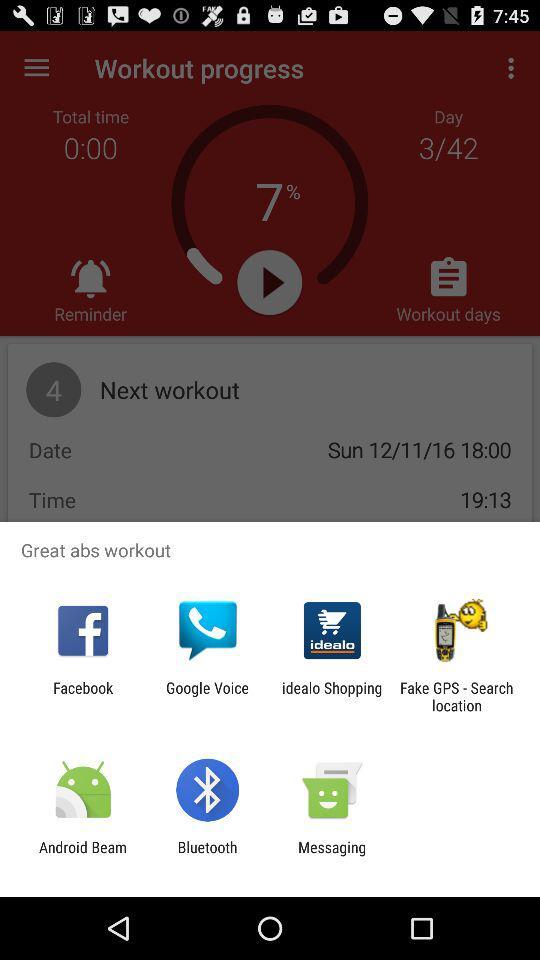 The height and width of the screenshot is (960, 540). Describe the element at coordinates (206, 855) in the screenshot. I see `the icon to the right of android beam app` at that location.